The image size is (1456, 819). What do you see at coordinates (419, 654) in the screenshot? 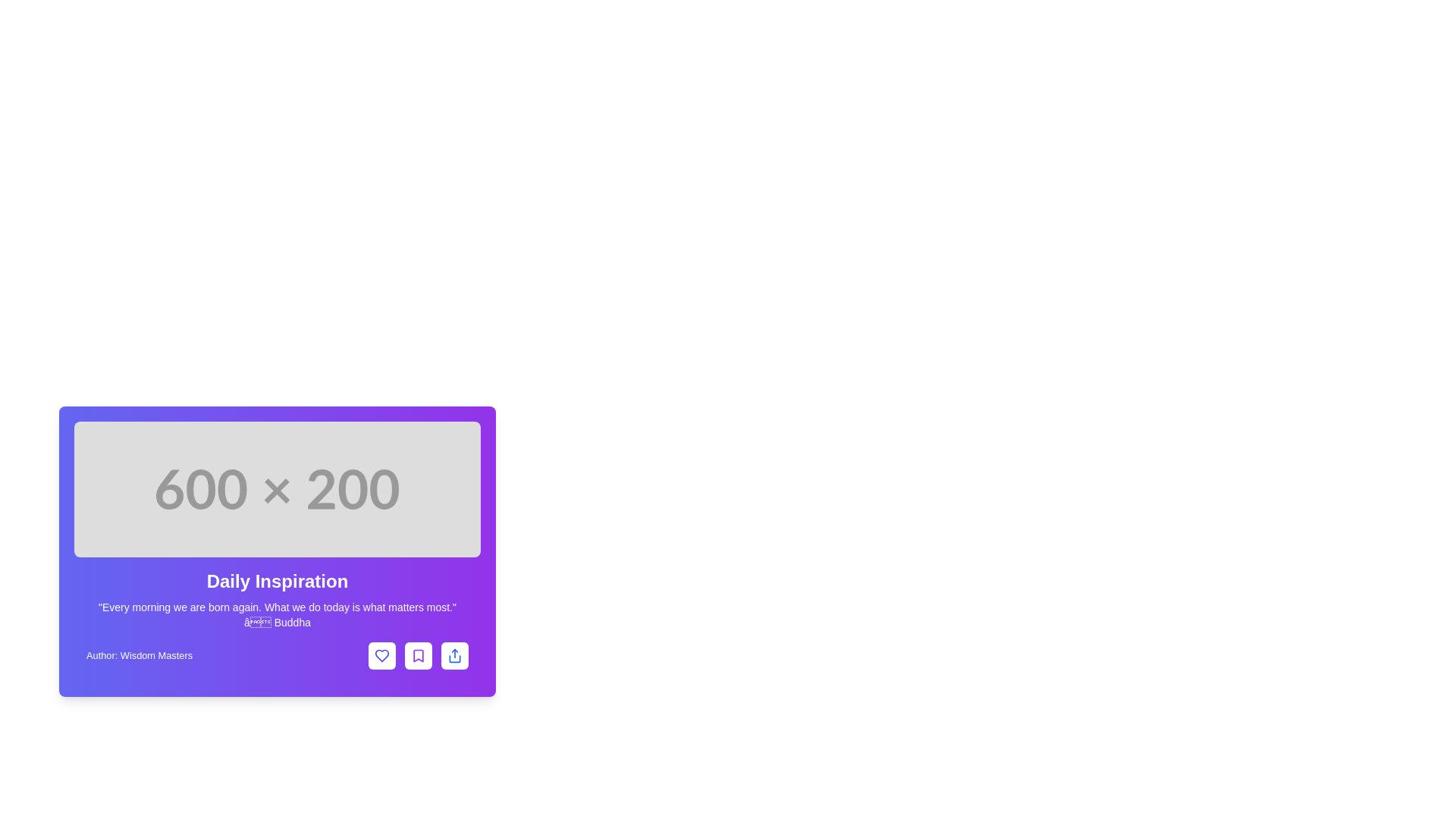
I see `the bookmark button located at the bottom-right section of the interface card, which is the second button following the text 'Author: Wisdom Masters', to bookmark the item` at bounding box center [419, 654].